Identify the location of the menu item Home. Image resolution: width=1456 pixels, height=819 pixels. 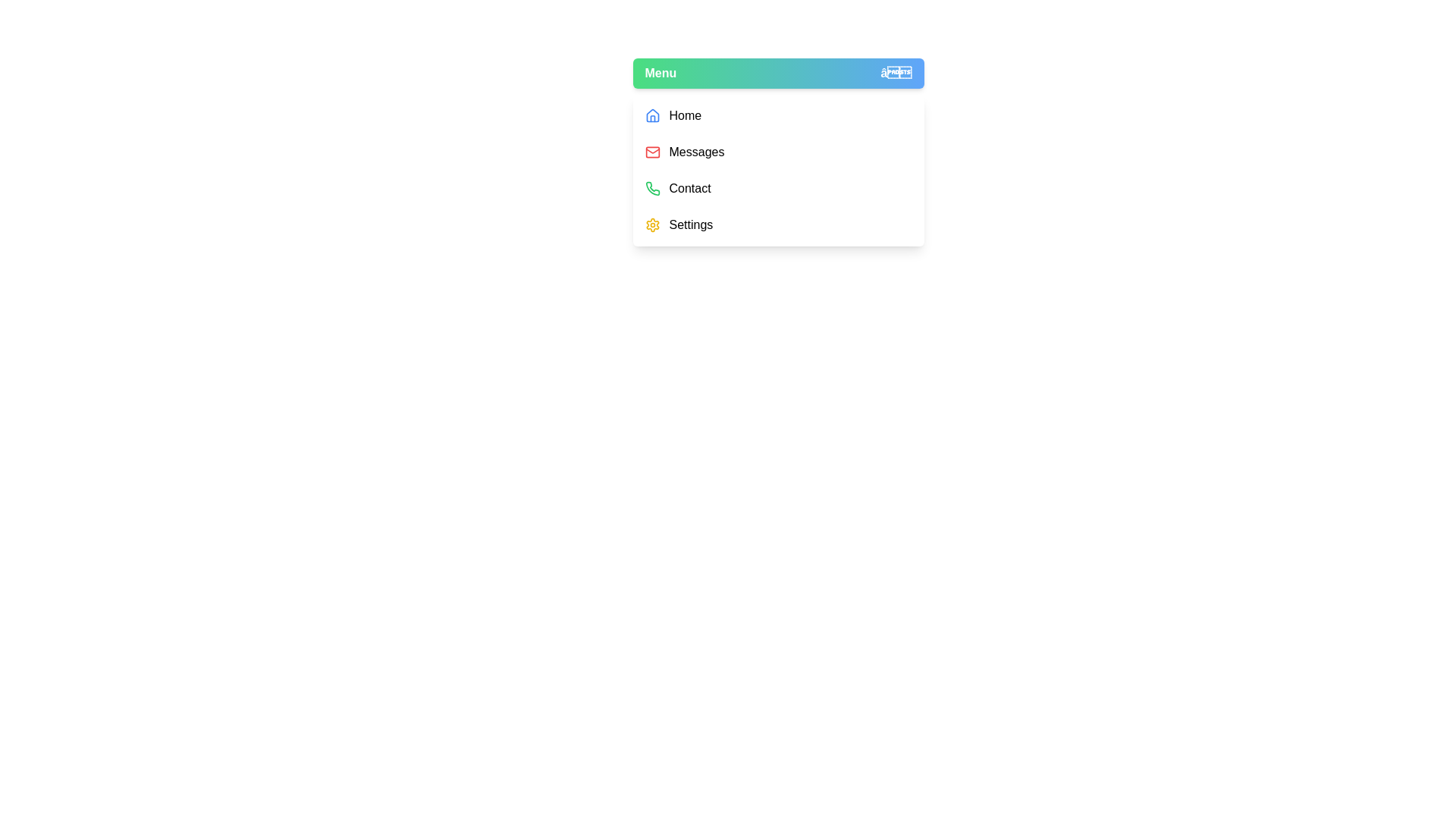
(778, 115).